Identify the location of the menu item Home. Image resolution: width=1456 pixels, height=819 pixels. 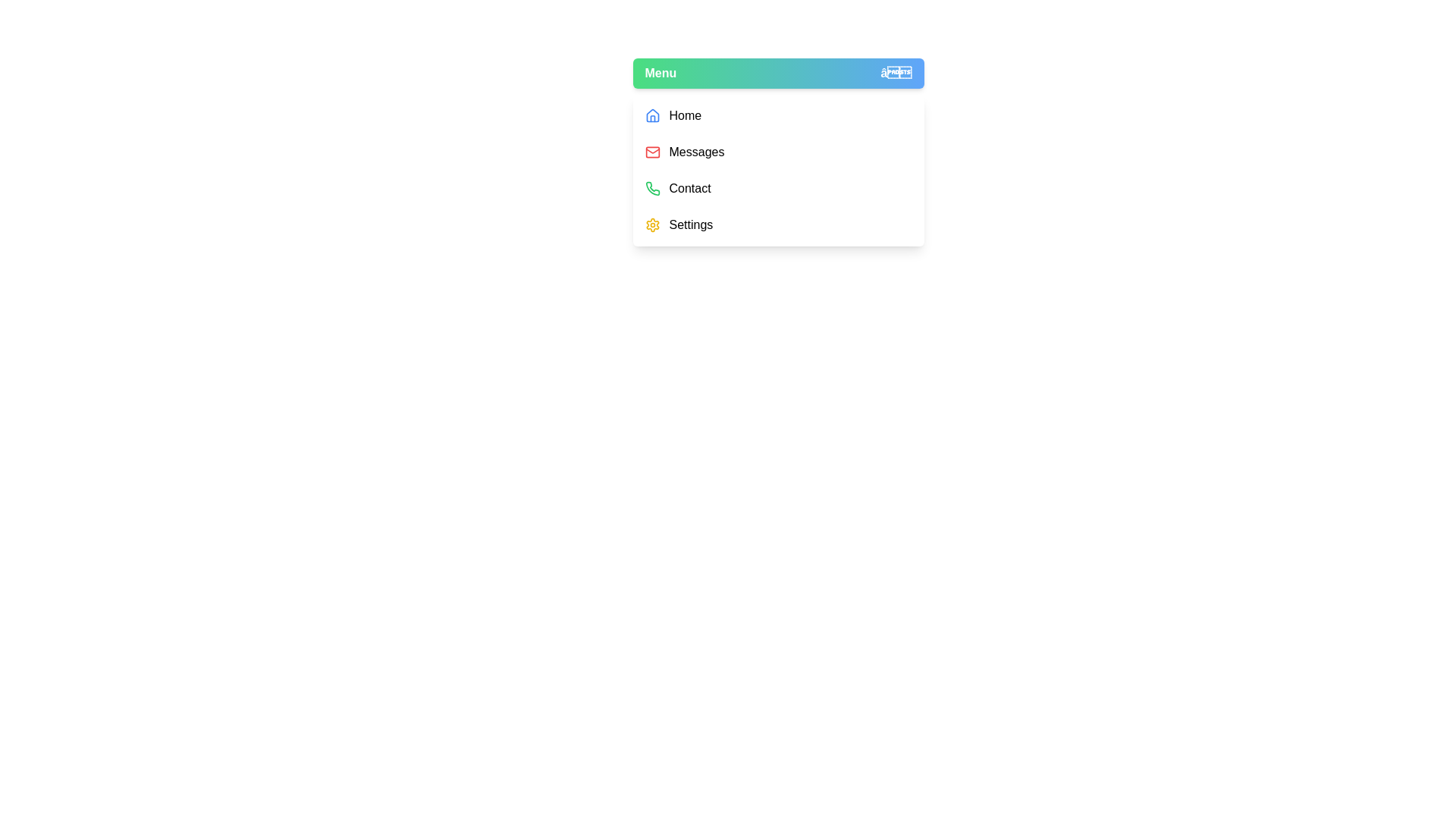
(778, 115).